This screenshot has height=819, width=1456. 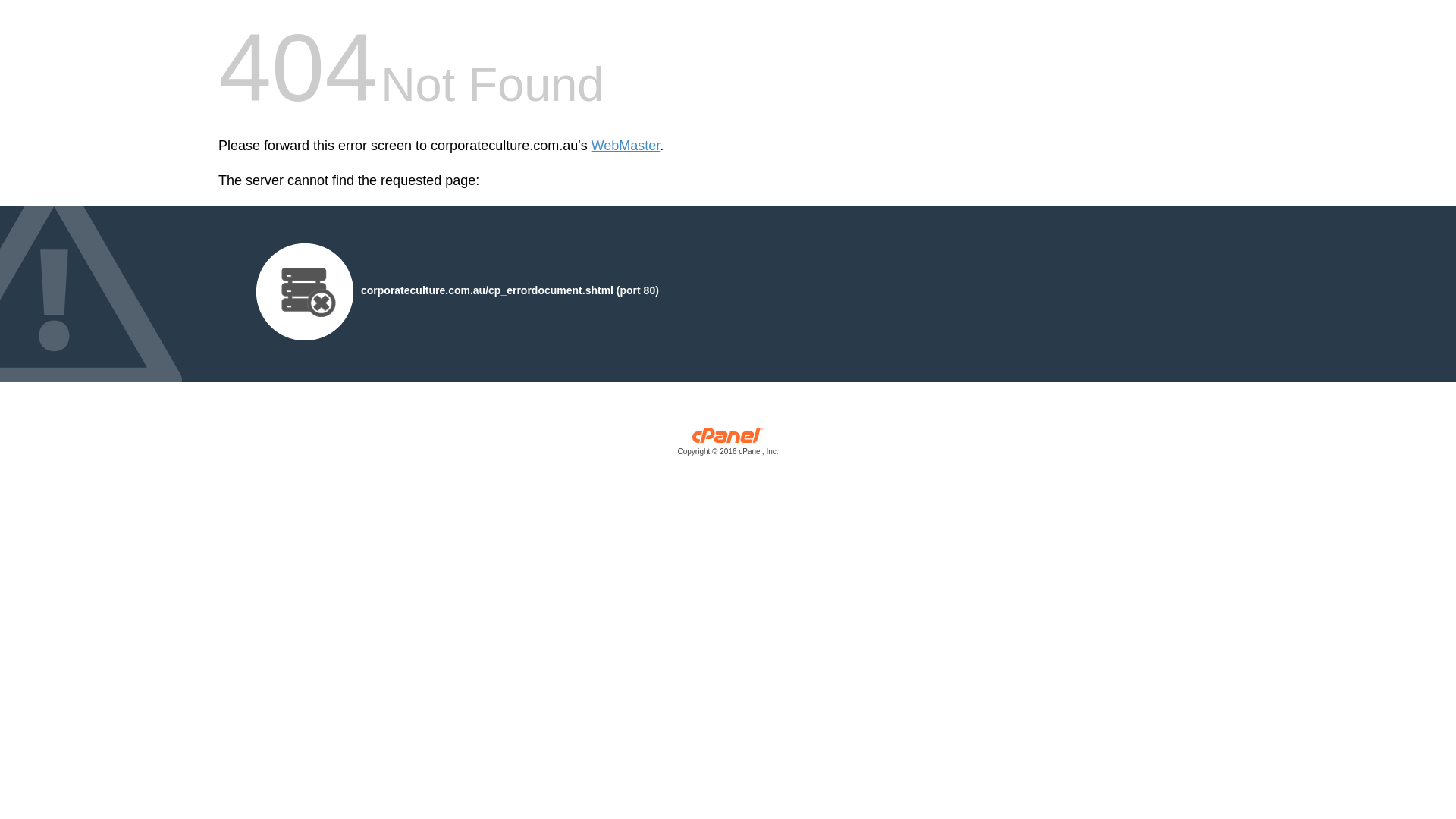 I want to click on 'WebMaster', so click(x=626, y=146).